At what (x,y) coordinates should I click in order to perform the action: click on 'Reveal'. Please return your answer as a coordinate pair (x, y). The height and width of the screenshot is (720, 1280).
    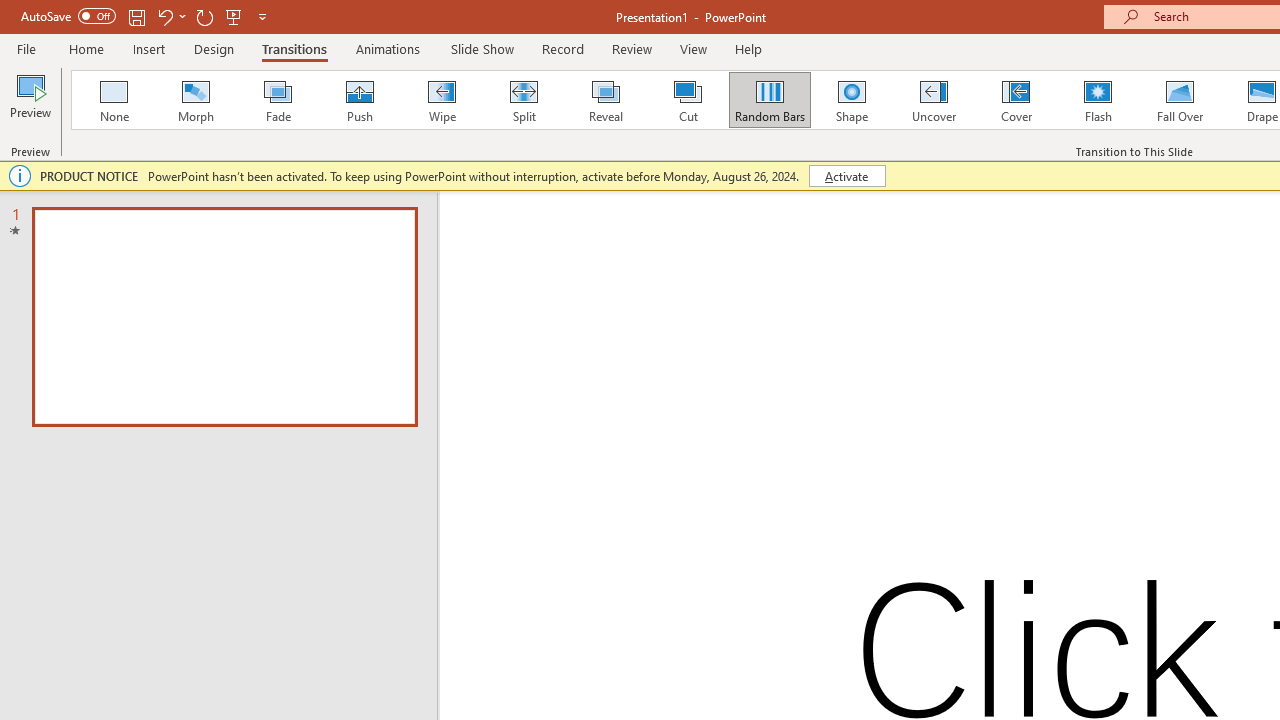
    Looking at the image, I should click on (604, 100).